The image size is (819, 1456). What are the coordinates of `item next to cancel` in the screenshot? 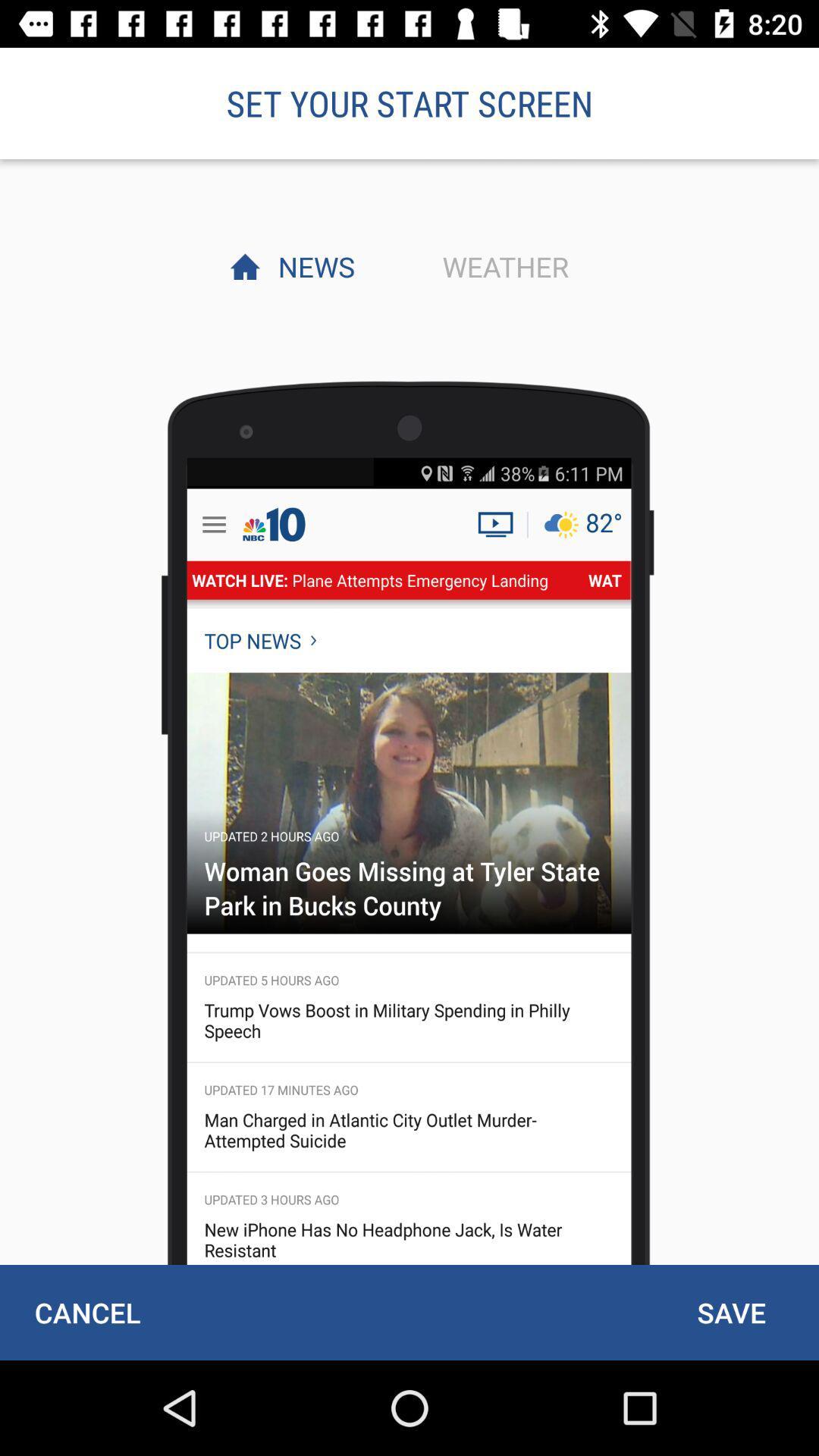 It's located at (730, 1312).